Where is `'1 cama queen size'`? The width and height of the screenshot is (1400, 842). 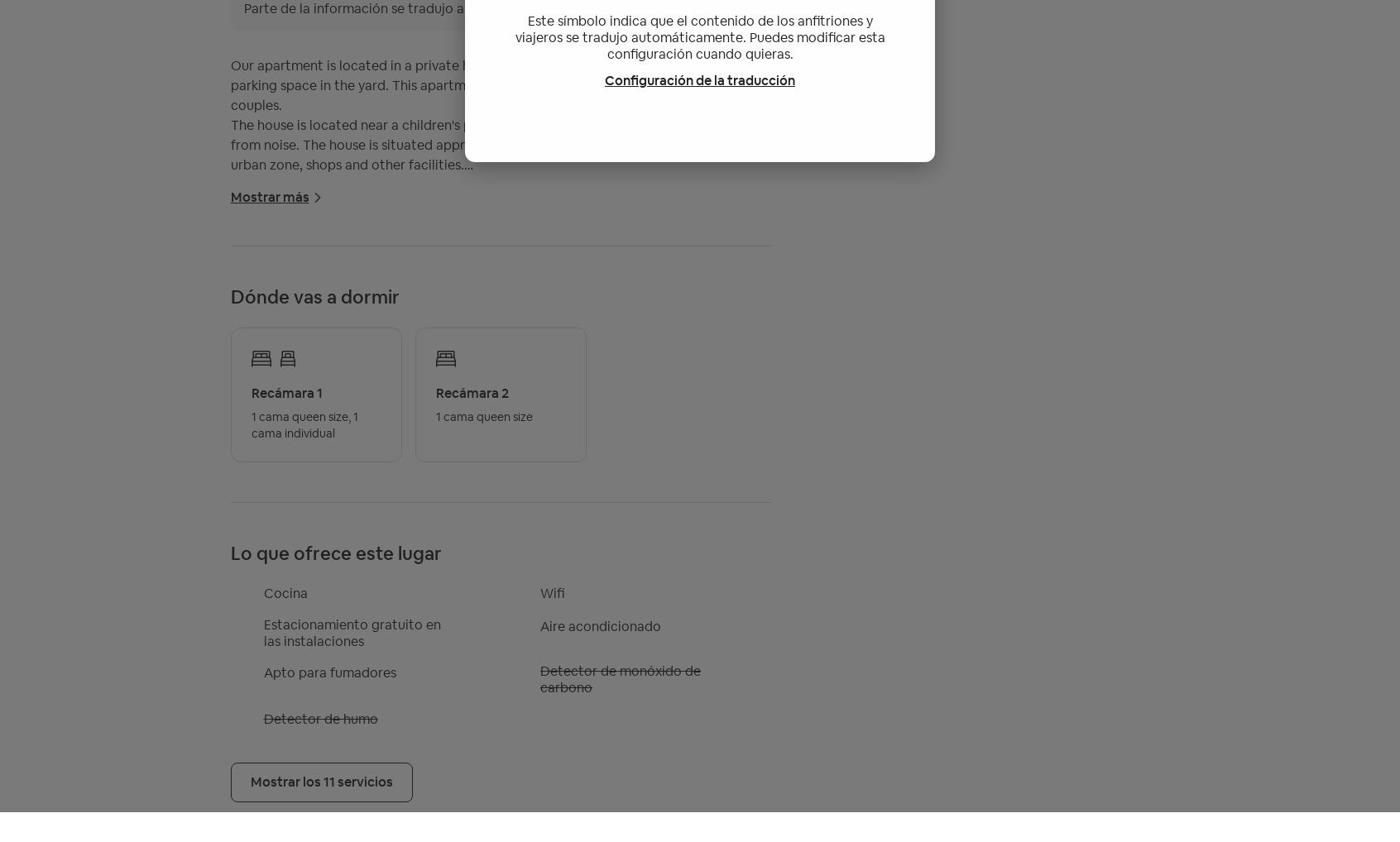
'1 cama queen size' is located at coordinates (482, 417).